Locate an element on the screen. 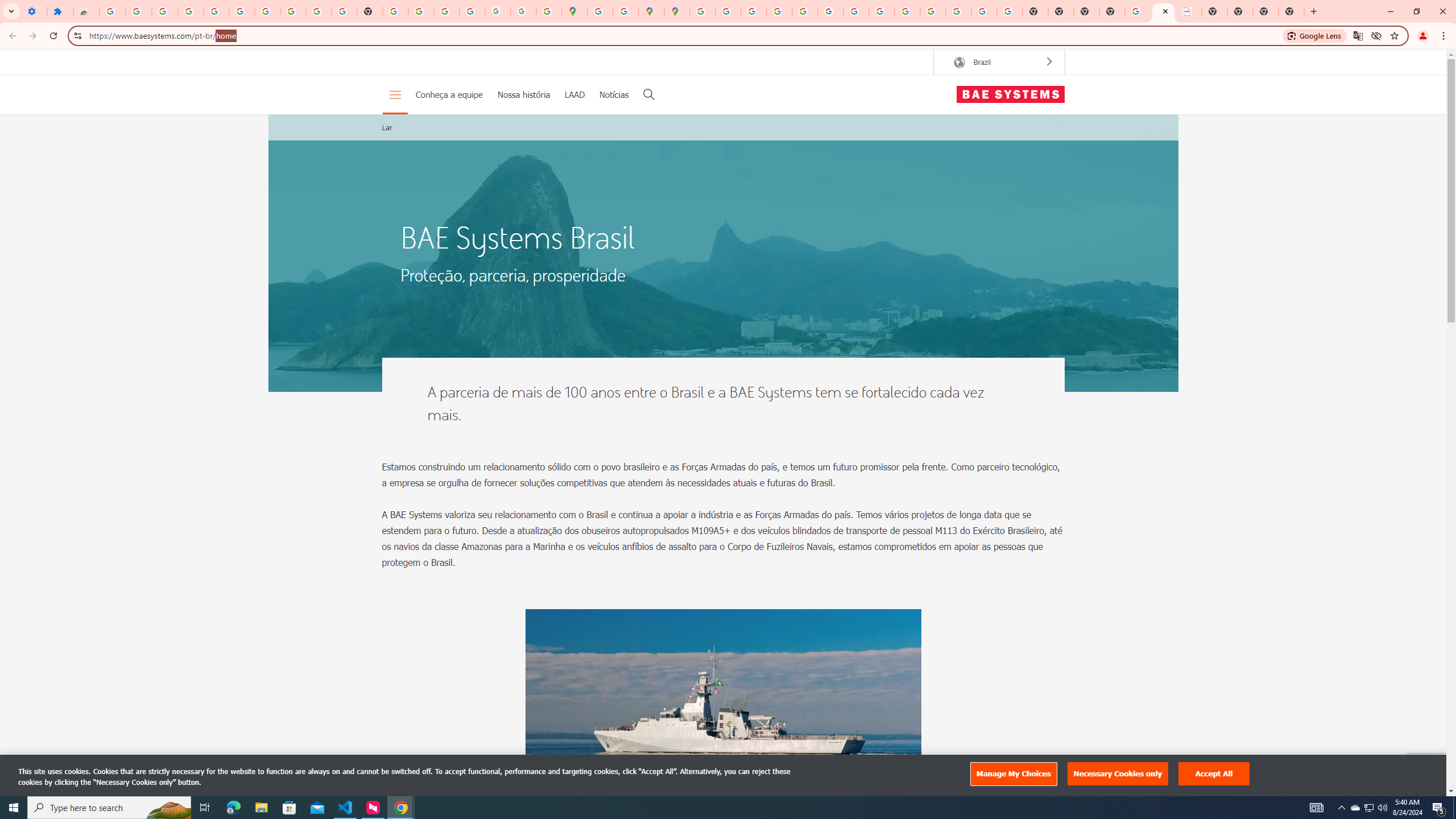 Image resolution: width=1456 pixels, height=819 pixels. 'Privacy Help Center - Policies Help' is located at coordinates (753, 11).